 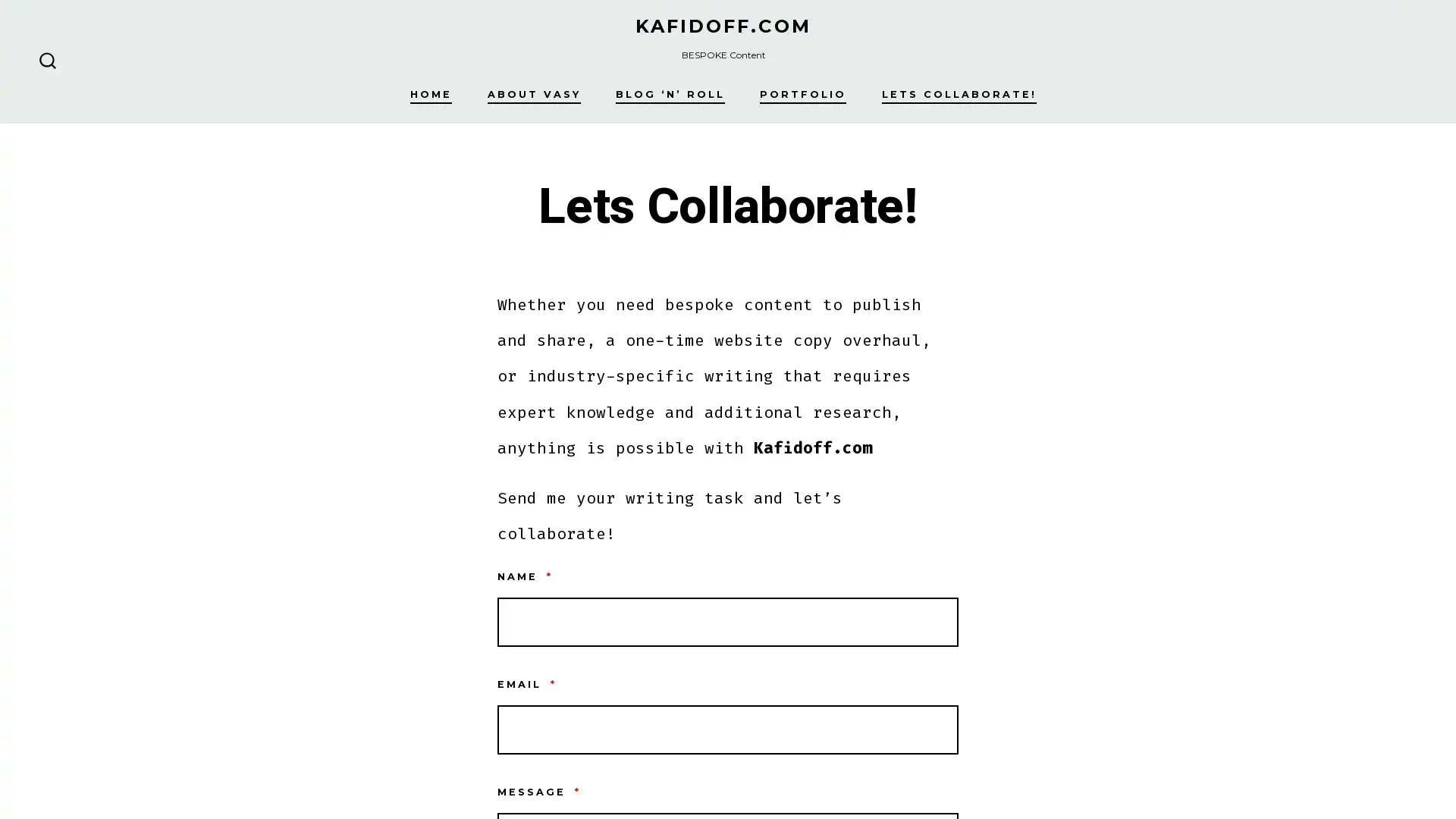 What do you see at coordinates (47, 61) in the screenshot?
I see `SEARCH TOGGLE` at bounding box center [47, 61].